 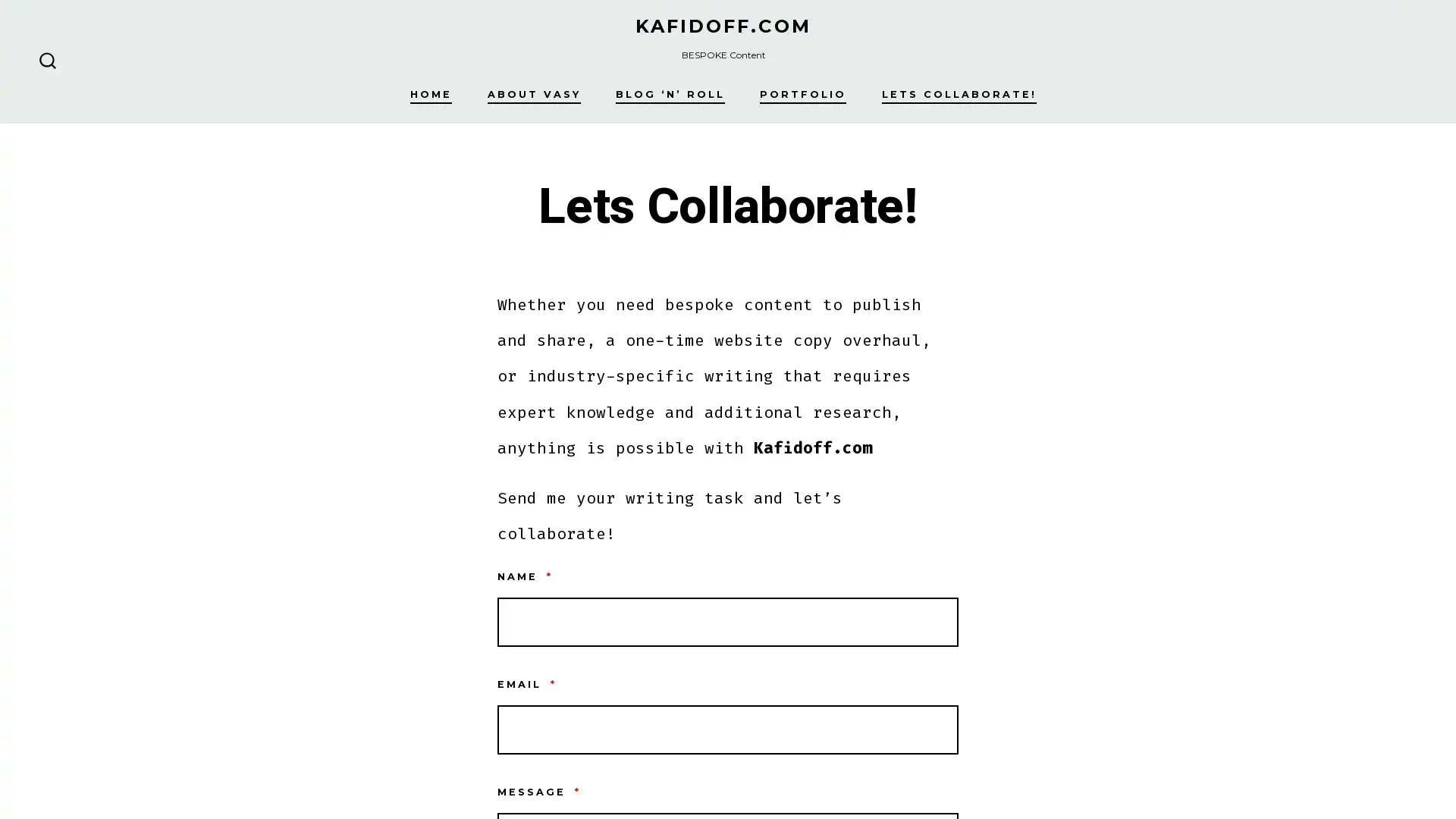 What do you see at coordinates (47, 61) in the screenshot?
I see `SEARCH TOGGLE` at bounding box center [47, 61].